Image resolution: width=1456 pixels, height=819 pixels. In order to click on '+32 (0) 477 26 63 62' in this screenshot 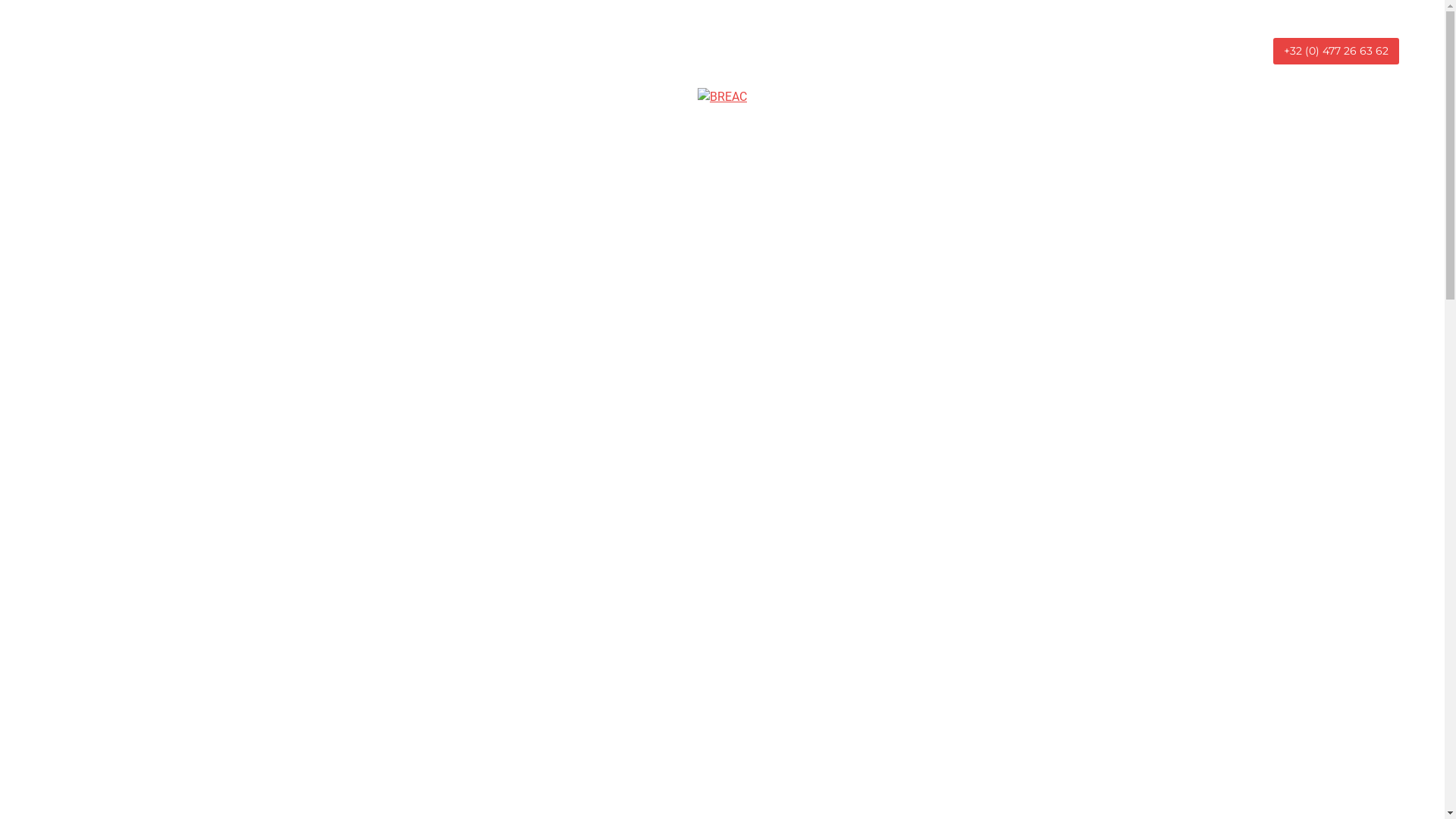, I will do `click(1335, 50)`.